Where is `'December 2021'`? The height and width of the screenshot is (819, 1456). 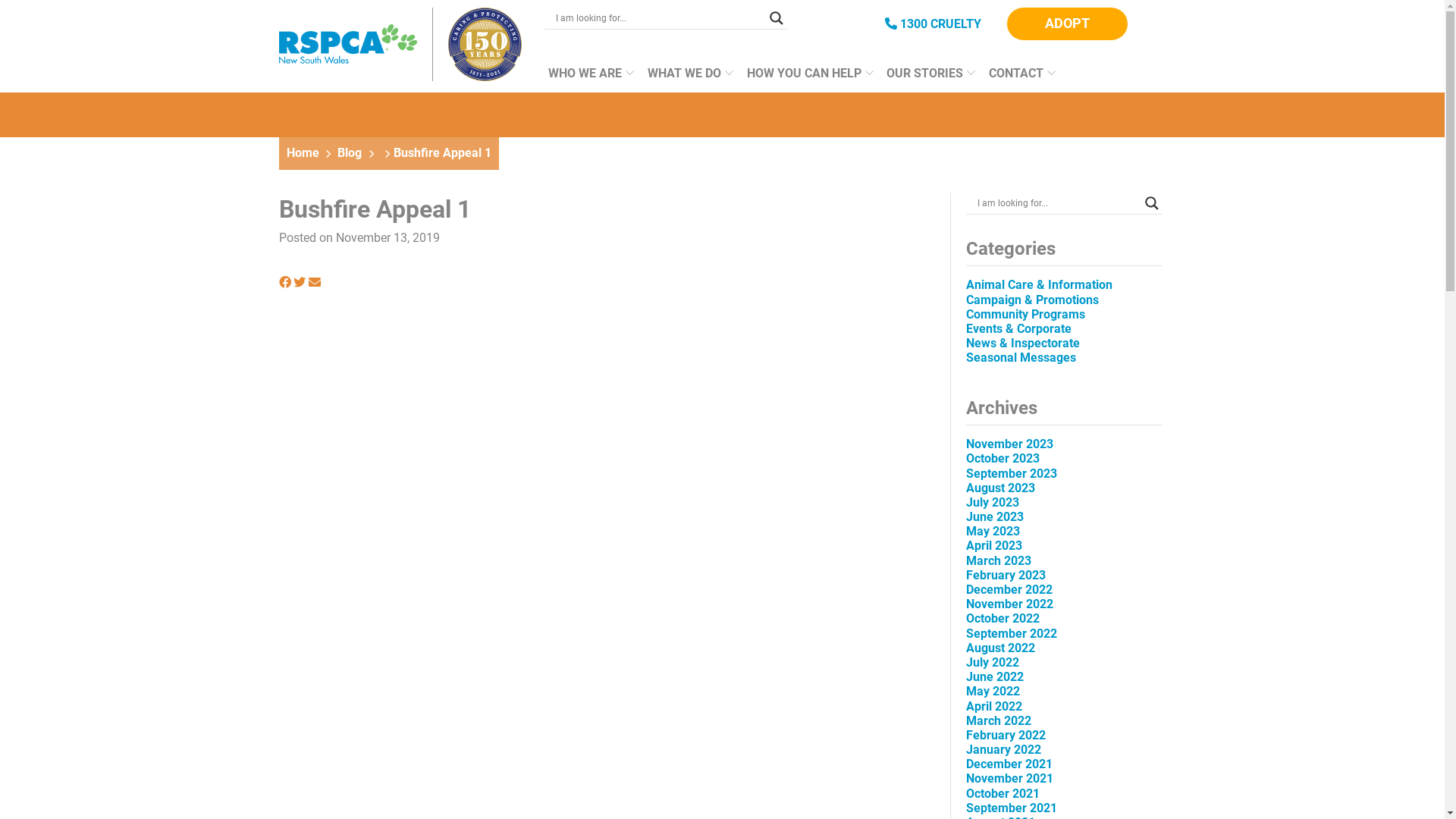 'December 2021' is located at coordinates (965, 764).